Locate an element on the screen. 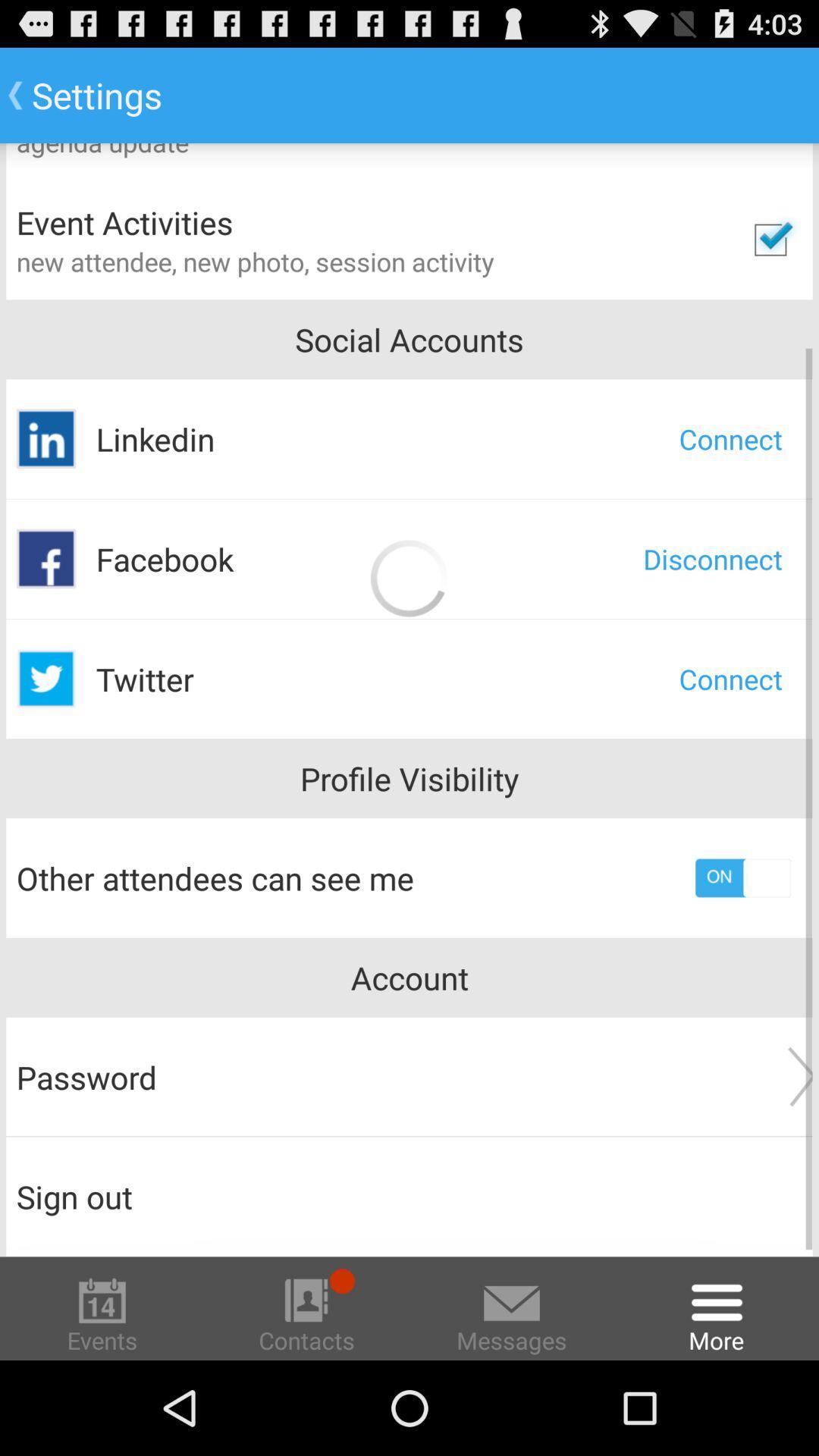 Image resolution: width=819 pixels, height=1456 pixels. profile visibility switch is located at coordinates (742, 877).